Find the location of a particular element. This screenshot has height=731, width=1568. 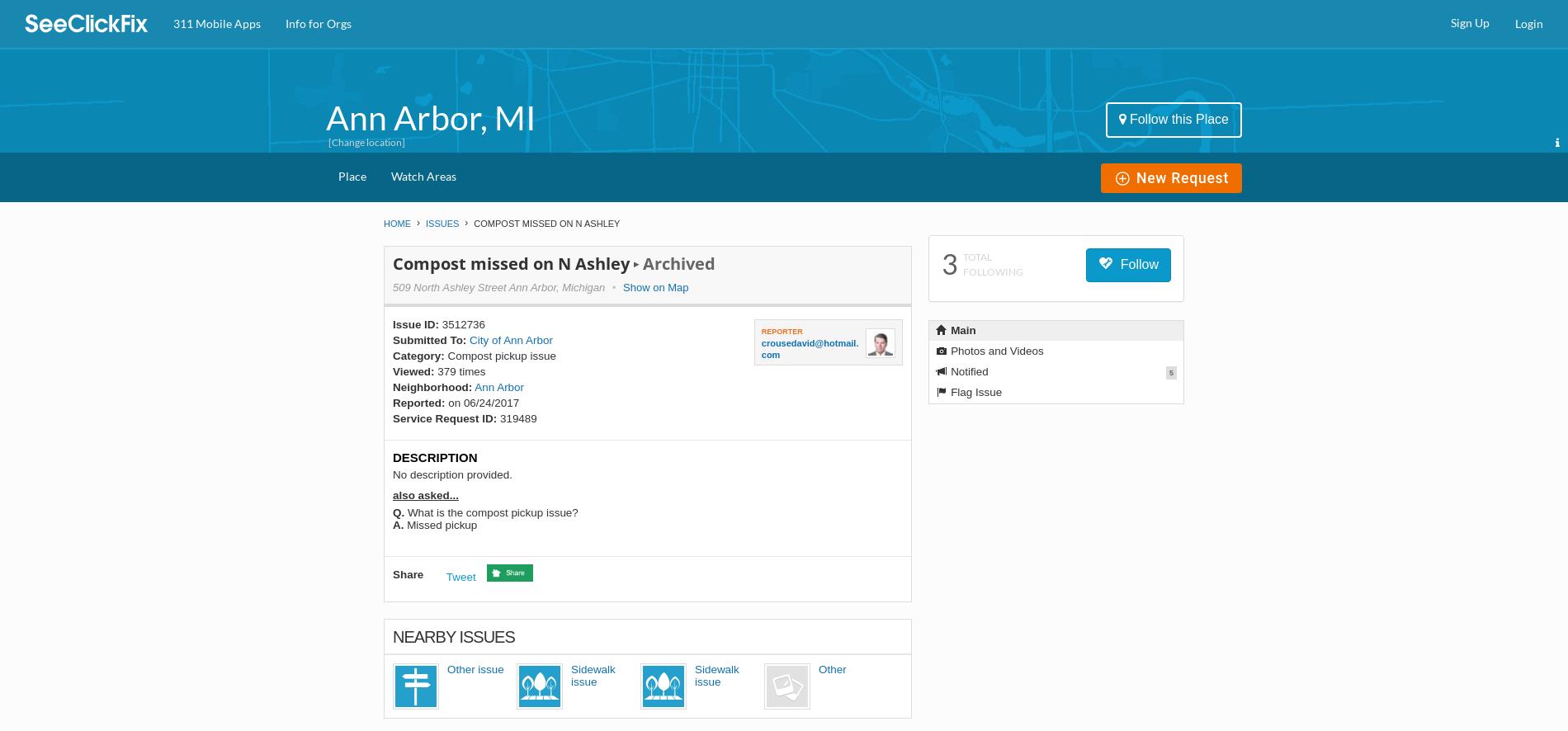

'also asked...' is located at coordinates (392, 494).